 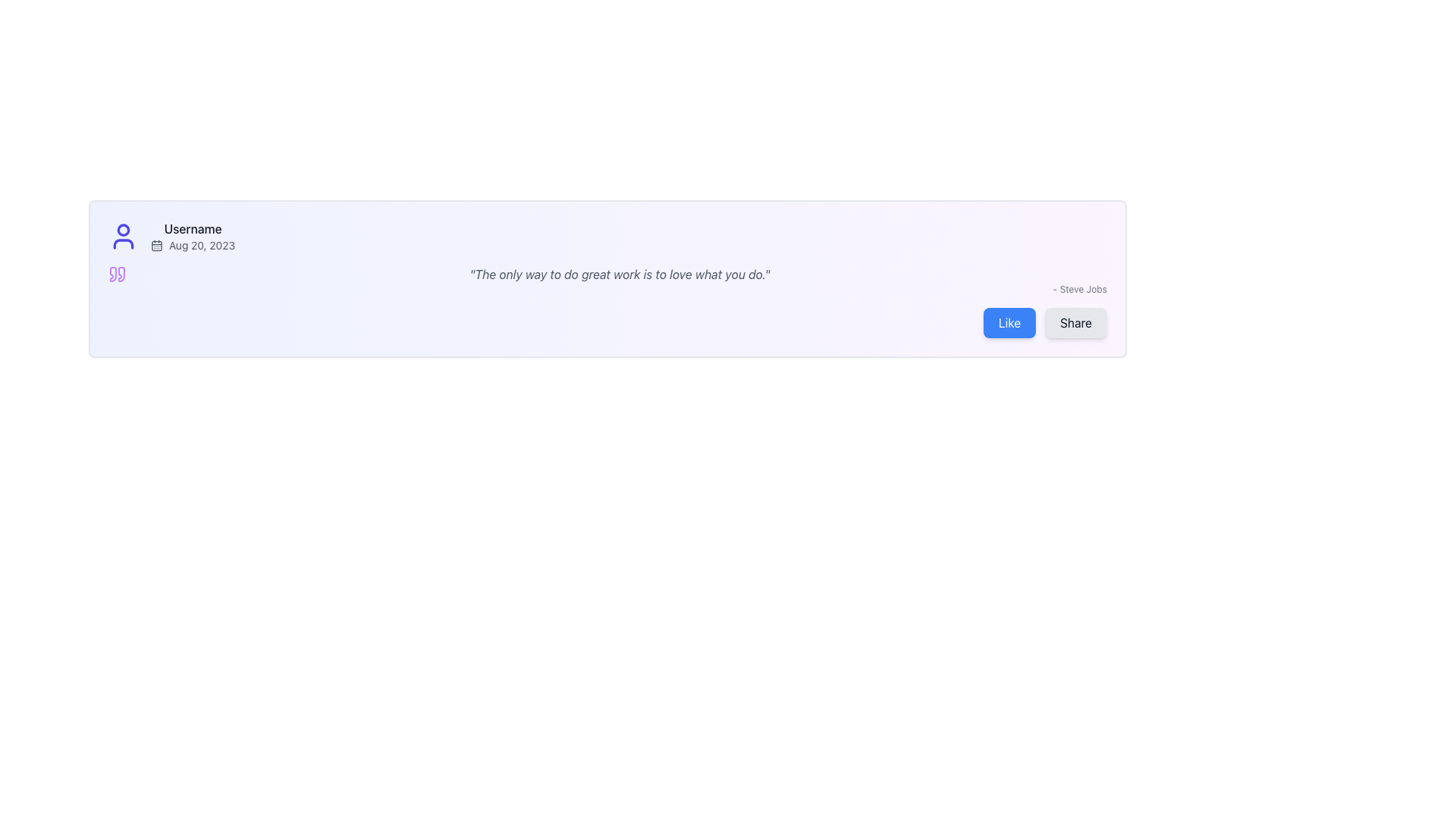 What do you see at coordinates (192, 237) in the screenshot?
I see `text content of the Text Block displaying the username 'Username' in bold and the date 'Aug 20, 2023' in smaller font, located within a card layout towards the top-left` at bounding box center [192, 237].